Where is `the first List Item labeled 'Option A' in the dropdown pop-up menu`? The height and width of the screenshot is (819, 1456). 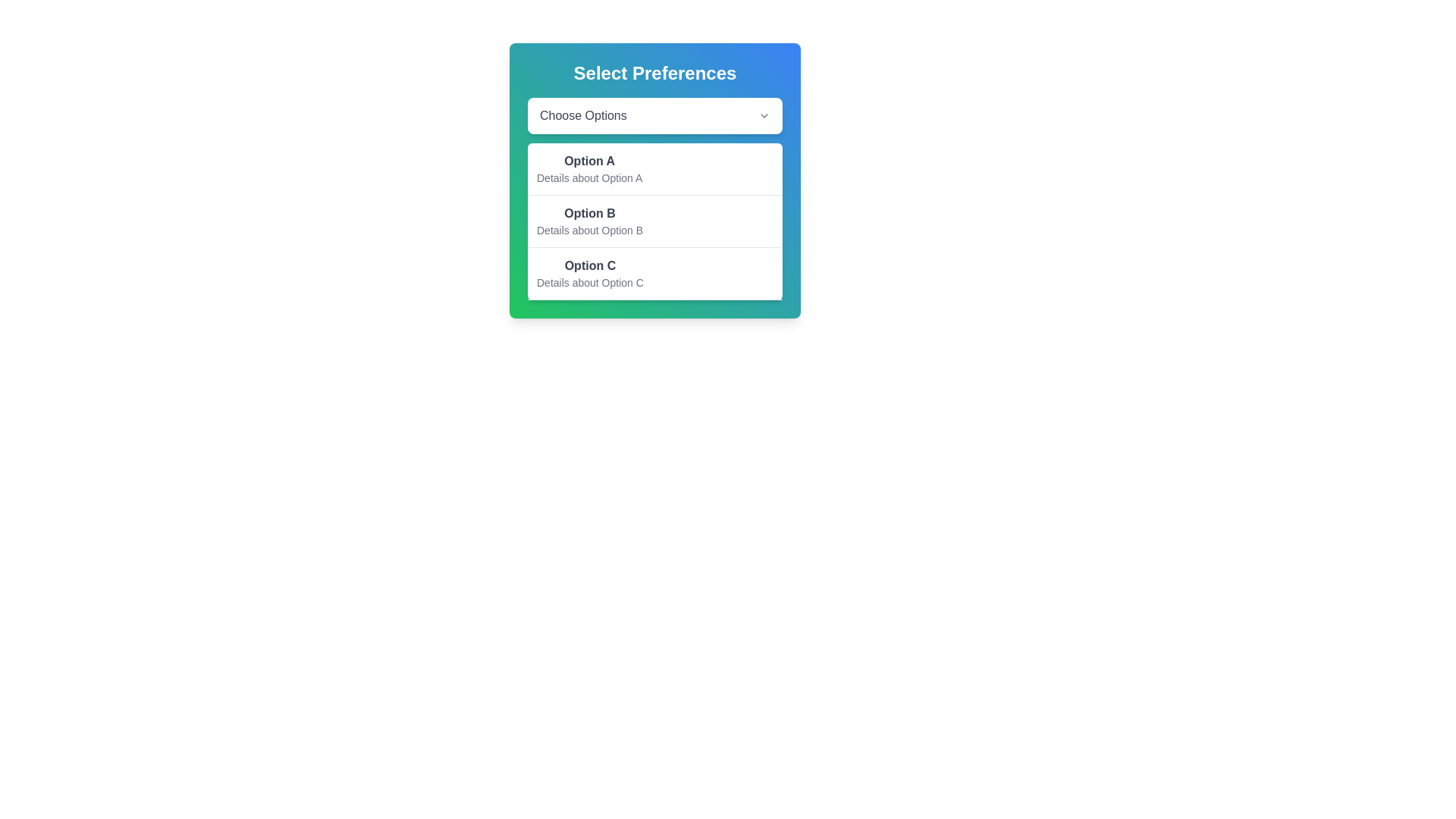 the first List Item labeled 'Option A' in the dropdown pop-up menu is located at coordinates (588, 169).